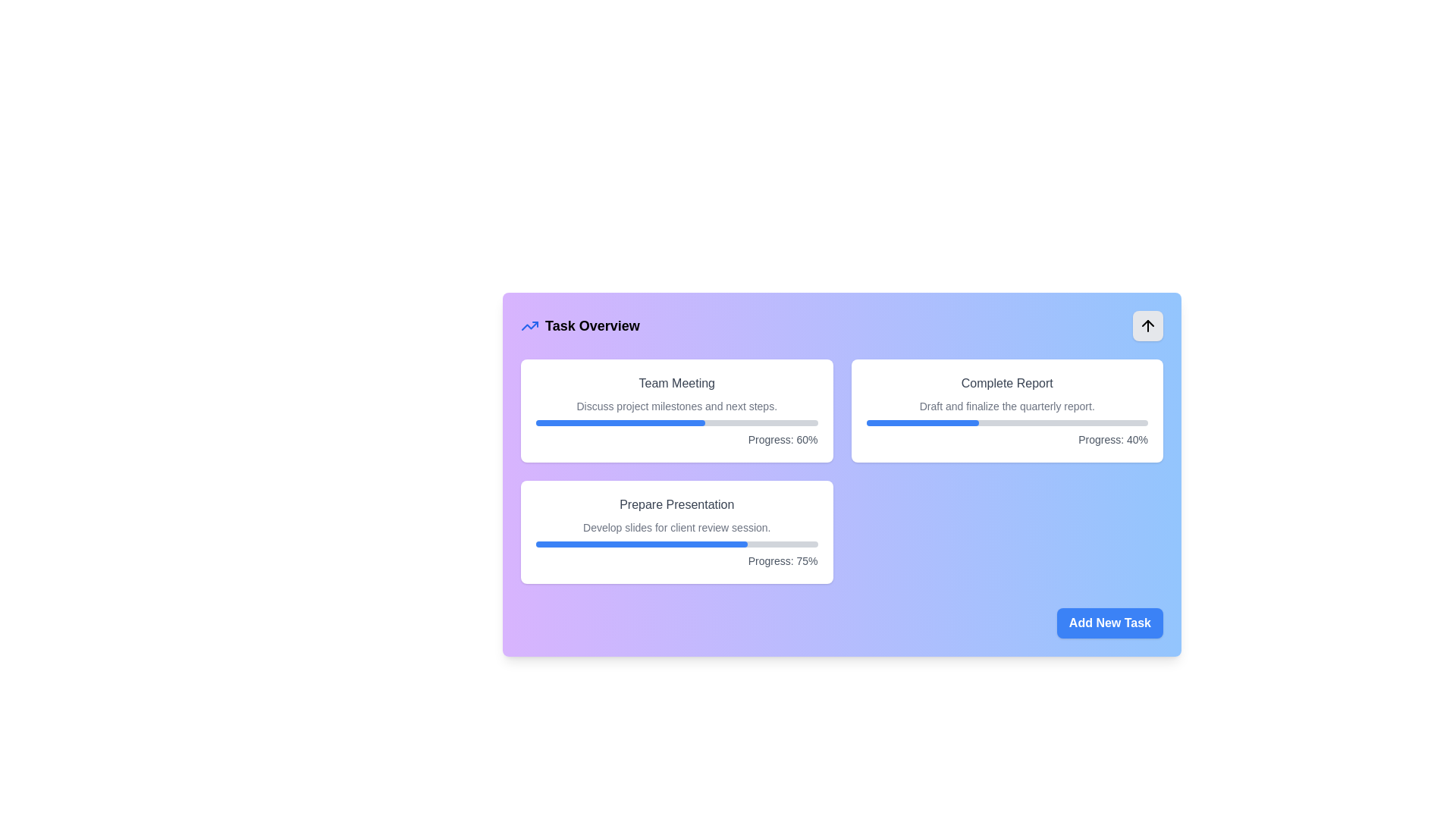 The image size is (1456, 819). I want to click on the Progress bar representing 75% completion located within the 'Prepare Presentation' task card, positioned beneath the description text and above the 'Progress: 75%' label, so click(676, 543).